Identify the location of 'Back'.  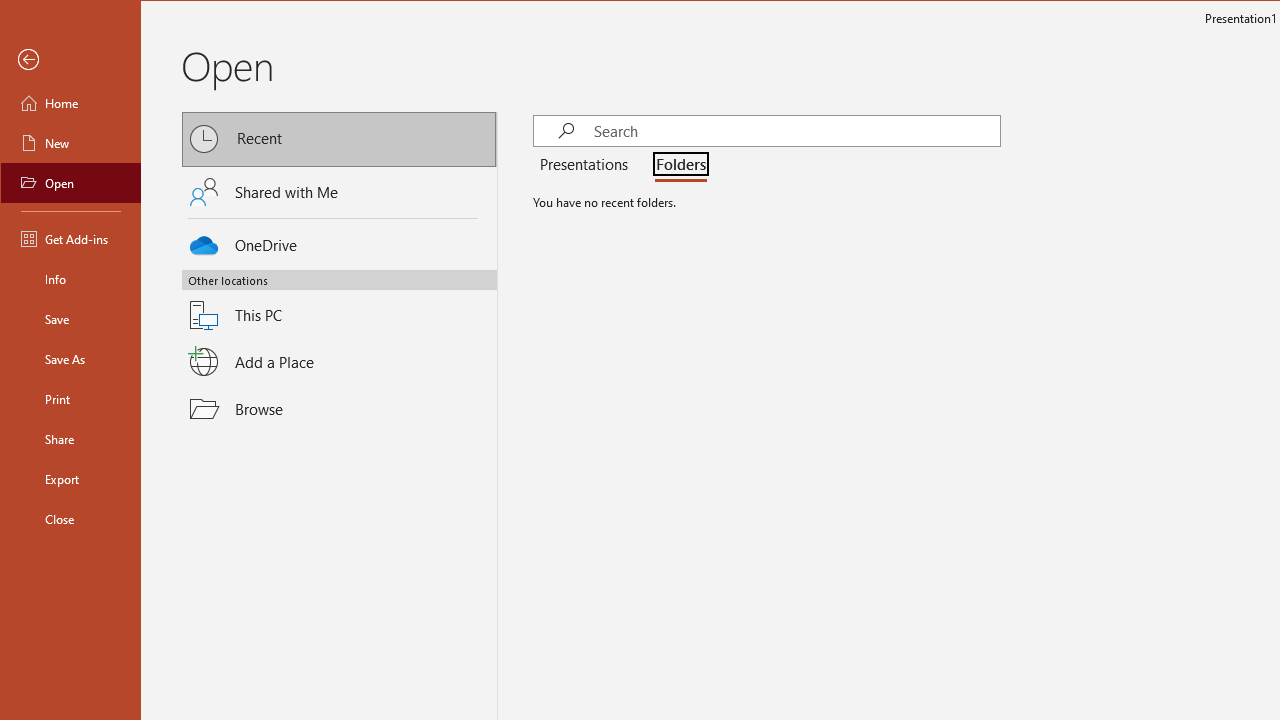
(71, 59).